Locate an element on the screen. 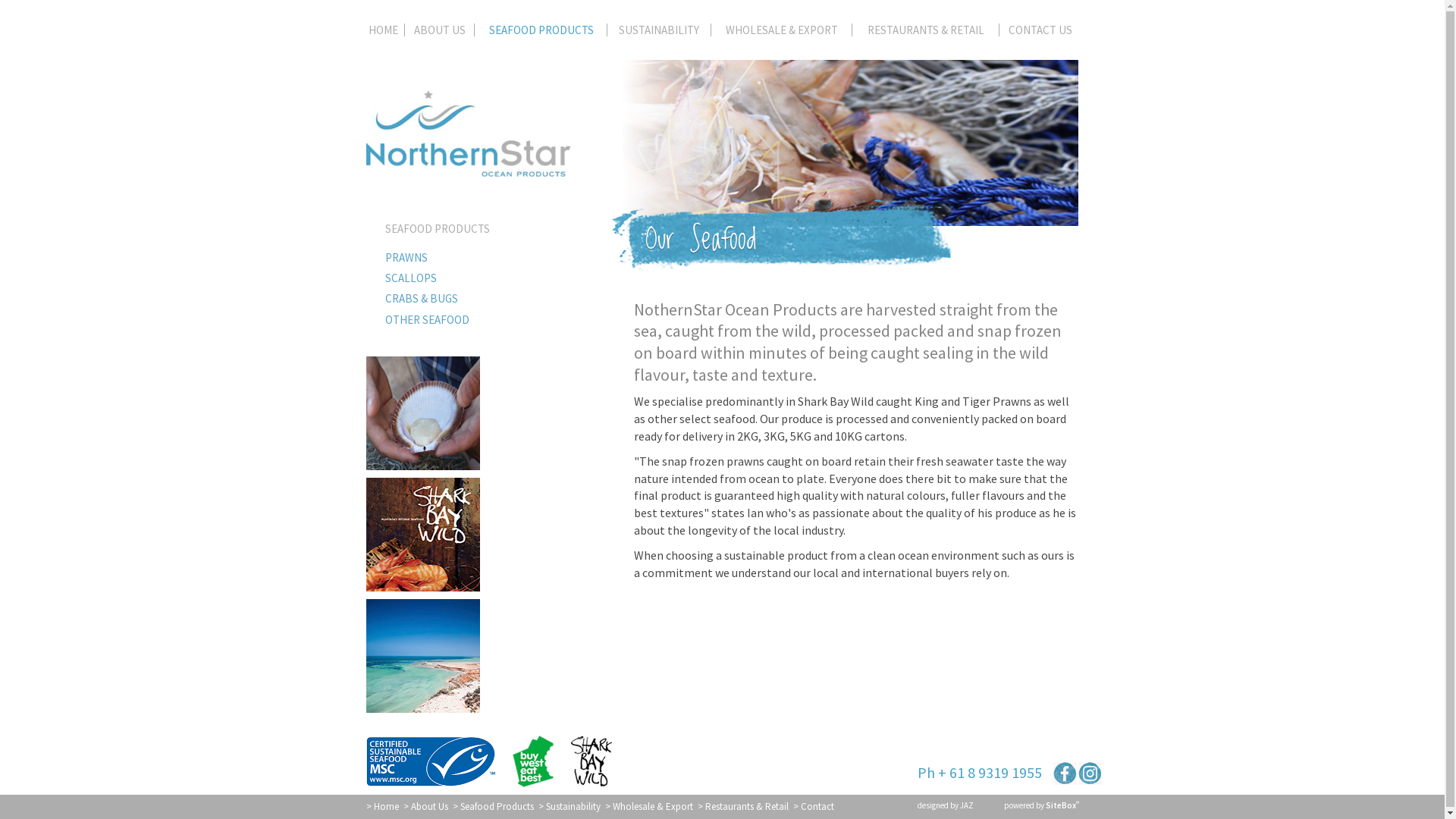  ' ' is located at coordinates (1064, 773).